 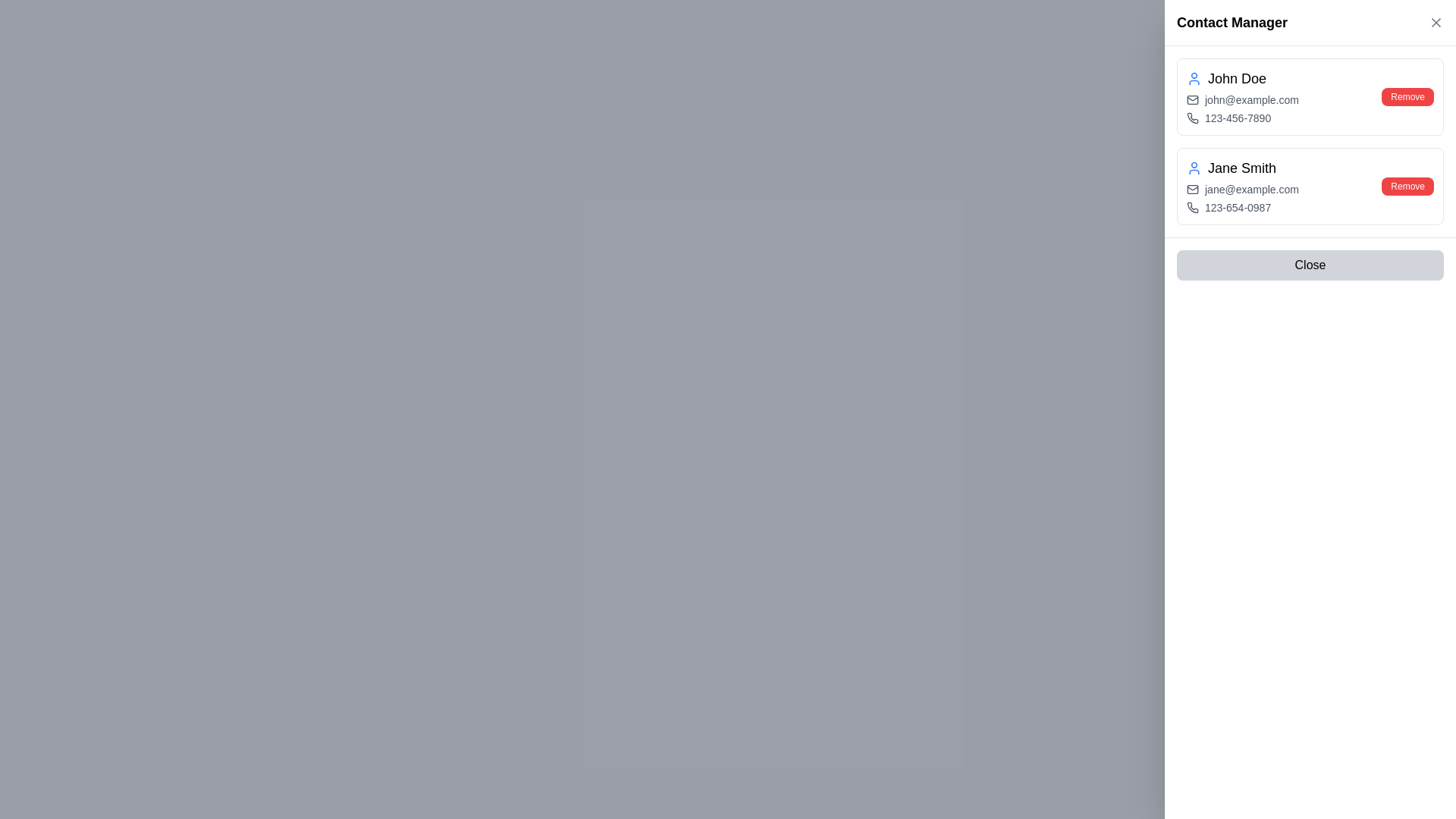 What do you see at coordinates (1192, 117) in the screenshot?
I see `the phone icon located to the left of the phone number '123-456-7890' in the contact card of 'John Doe'` at bounding box center [1192, 117].